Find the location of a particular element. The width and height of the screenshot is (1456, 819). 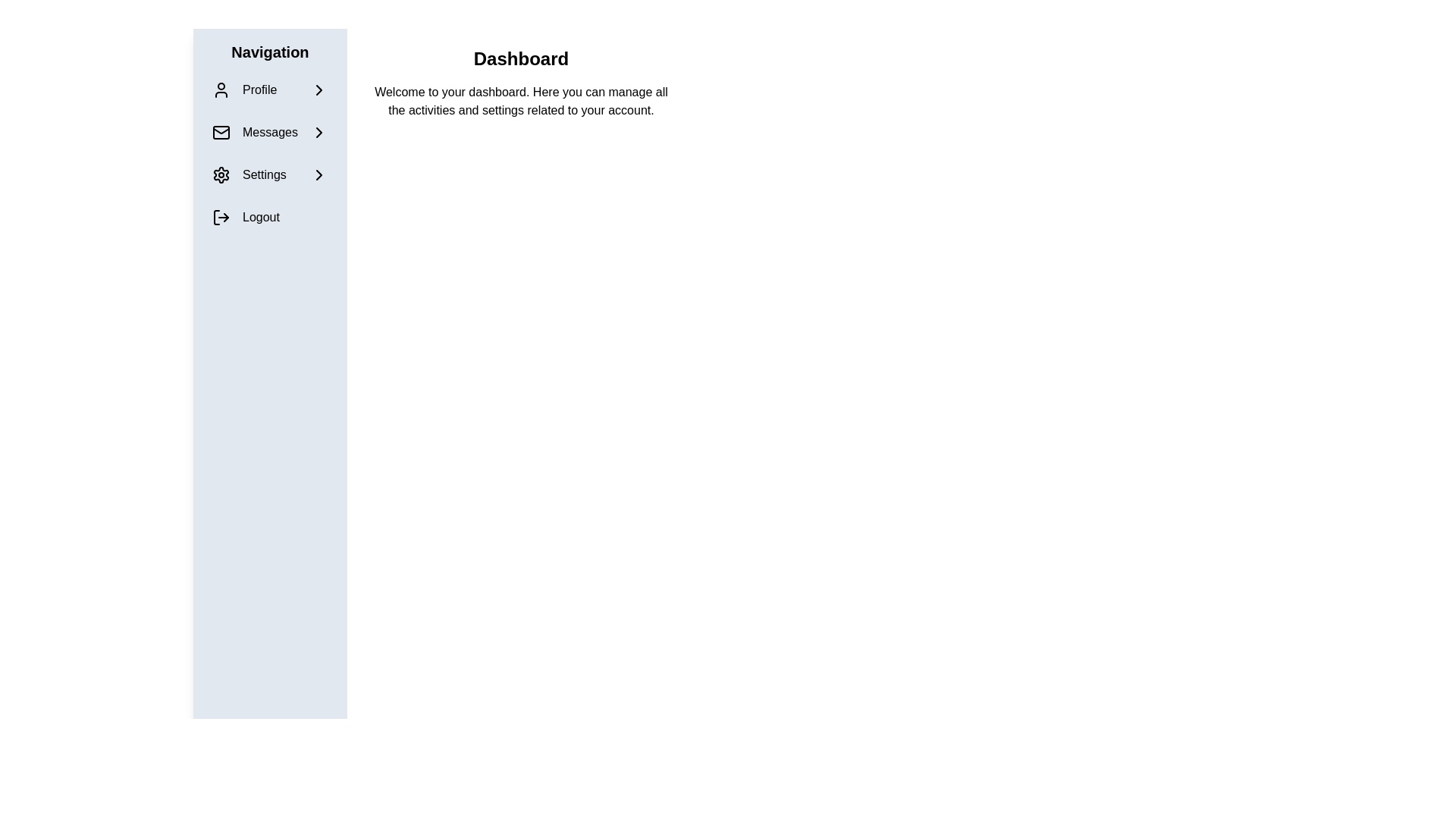

the 'Settings' vector graphic icon located in the left sidebar, adjacent to the 'Settings' label is located at coordinates (221, 174).